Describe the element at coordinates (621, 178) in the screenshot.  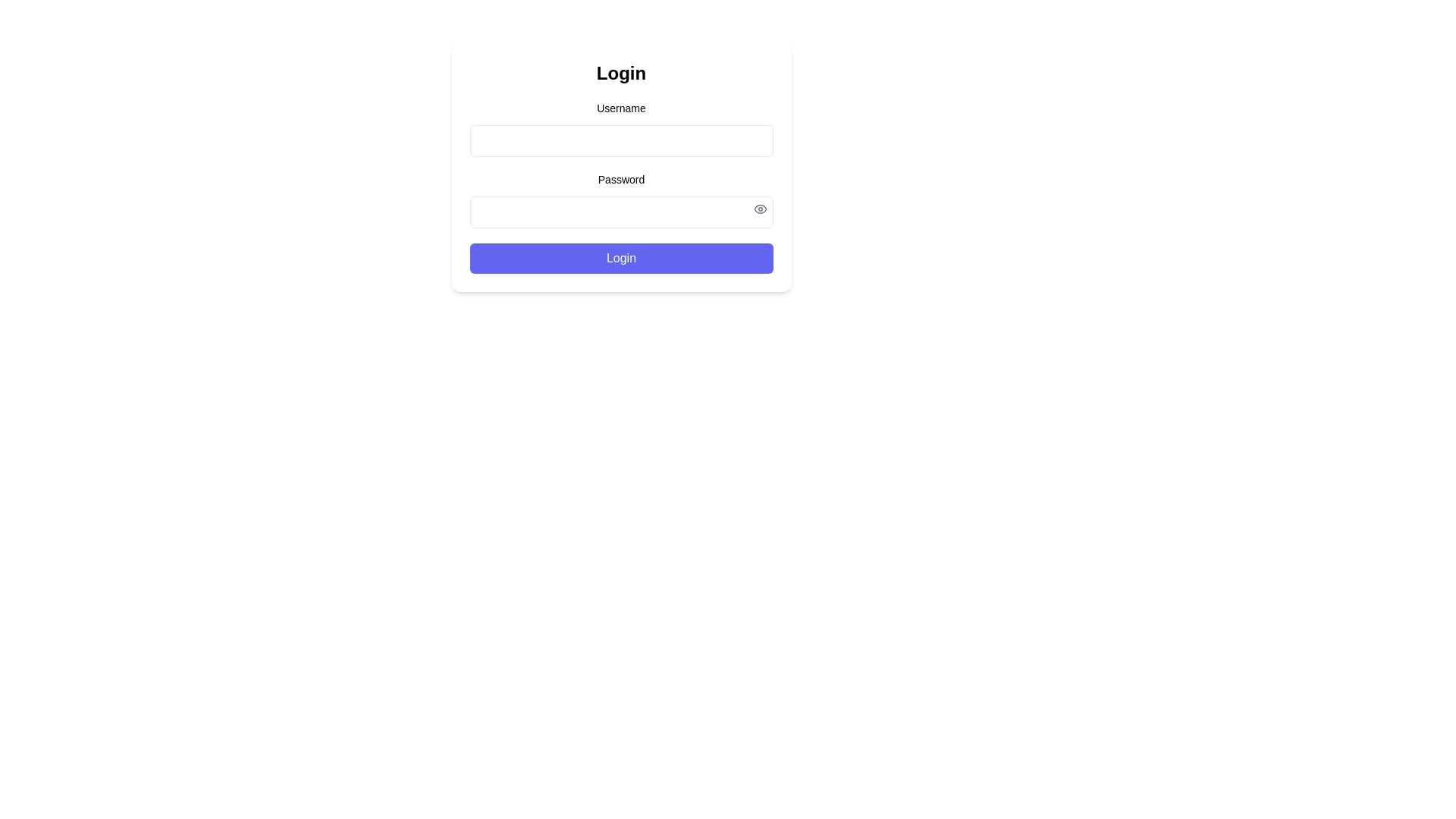
I see `the password label which indicates the input field for entering a password, located directly below the username label in a vertical layout` at that location.